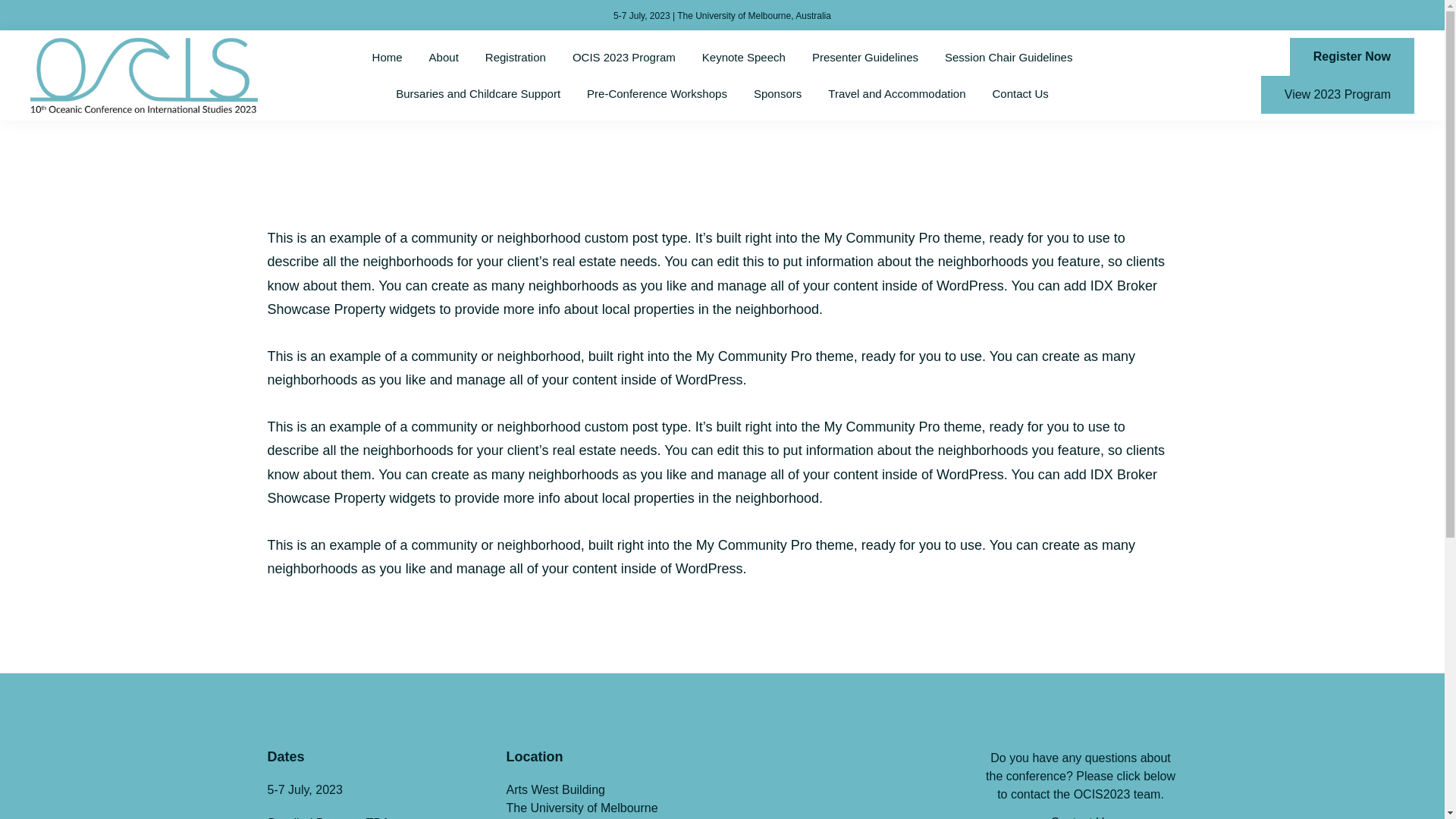 This screenshot has width=1456, height=819. What do you see at coordinates (932, 57) in the screenshot?
I see `'Session Chair Guidelines'` at bounding box center [932, 57].